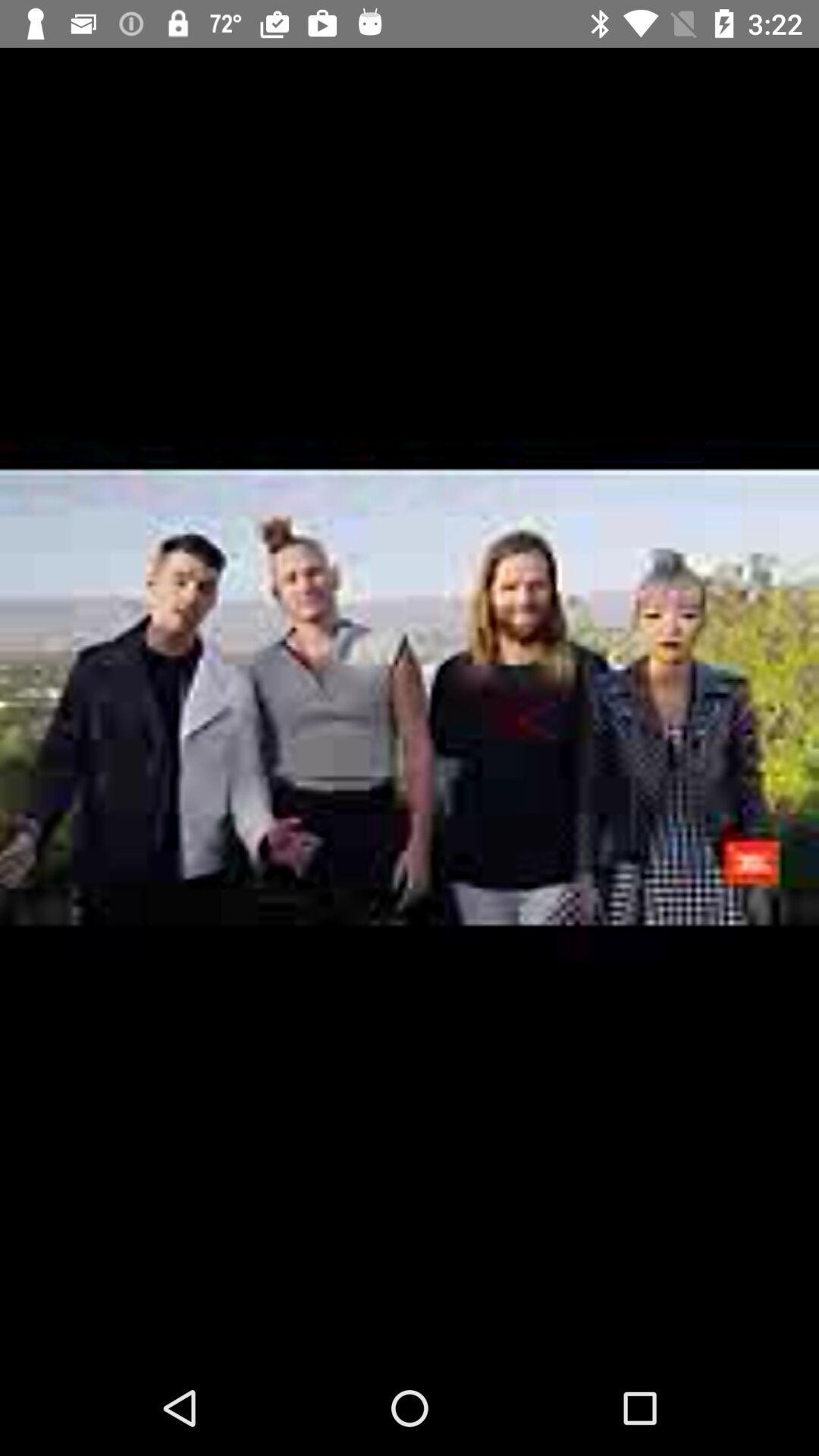  What do you see at coordinates (409, 703) in the screenshot?
I see `the item at the center` at bounding box center [409, 703].